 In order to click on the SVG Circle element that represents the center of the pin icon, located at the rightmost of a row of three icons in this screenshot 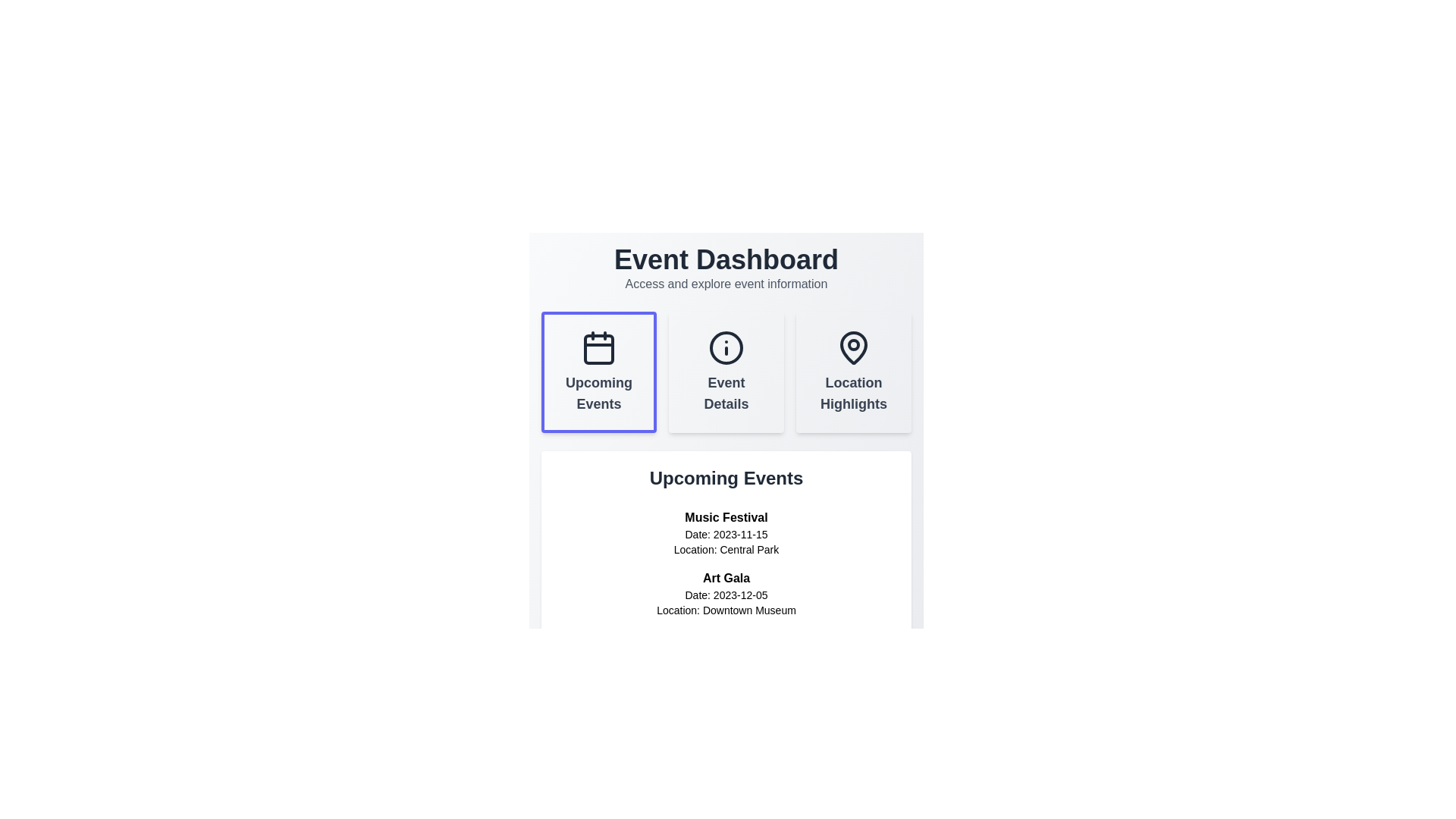, I will do `click(854, 345)`.